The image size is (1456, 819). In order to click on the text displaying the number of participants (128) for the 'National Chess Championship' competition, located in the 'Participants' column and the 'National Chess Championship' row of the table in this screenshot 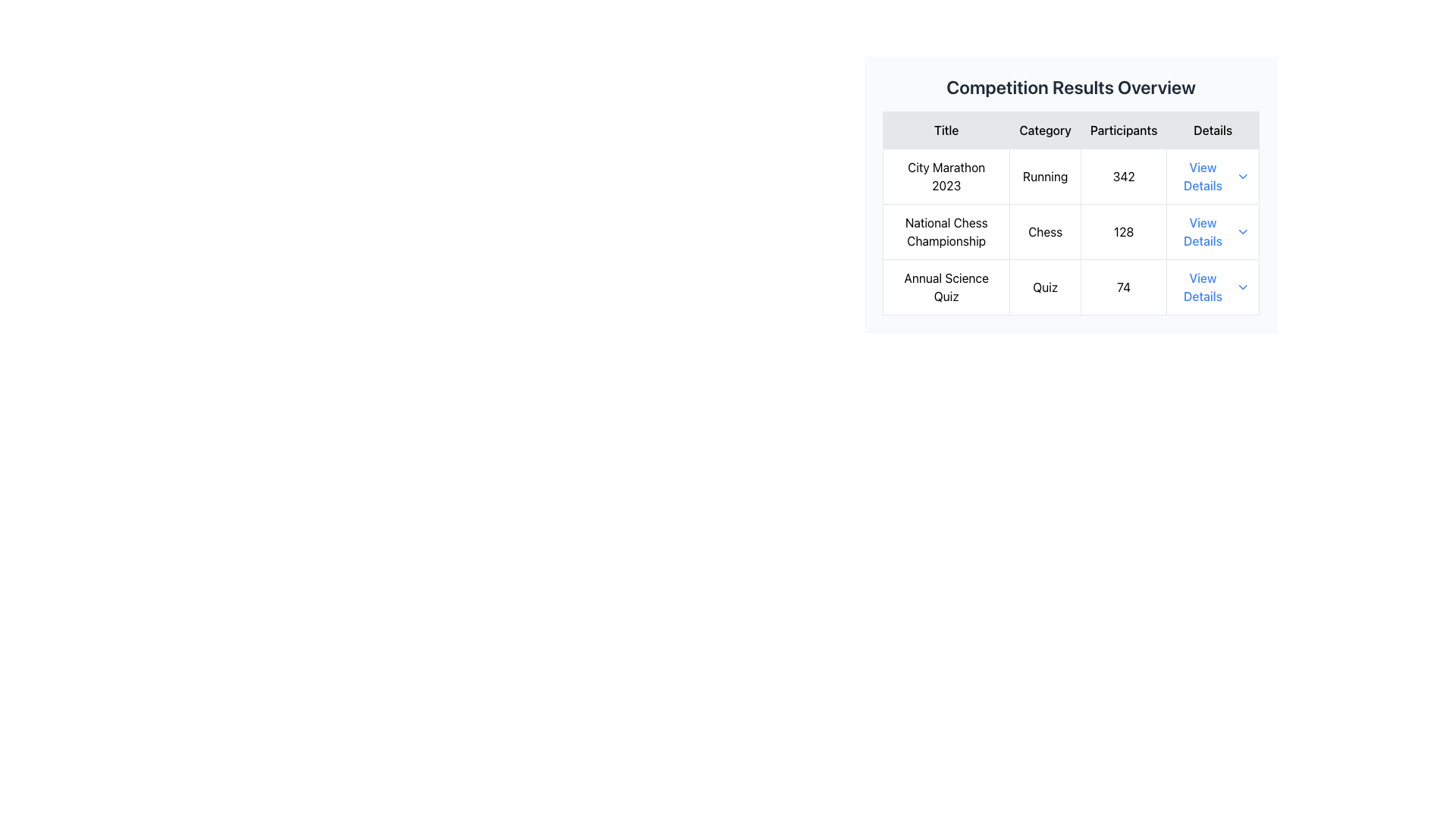, I will do `click(1124, 231)`.